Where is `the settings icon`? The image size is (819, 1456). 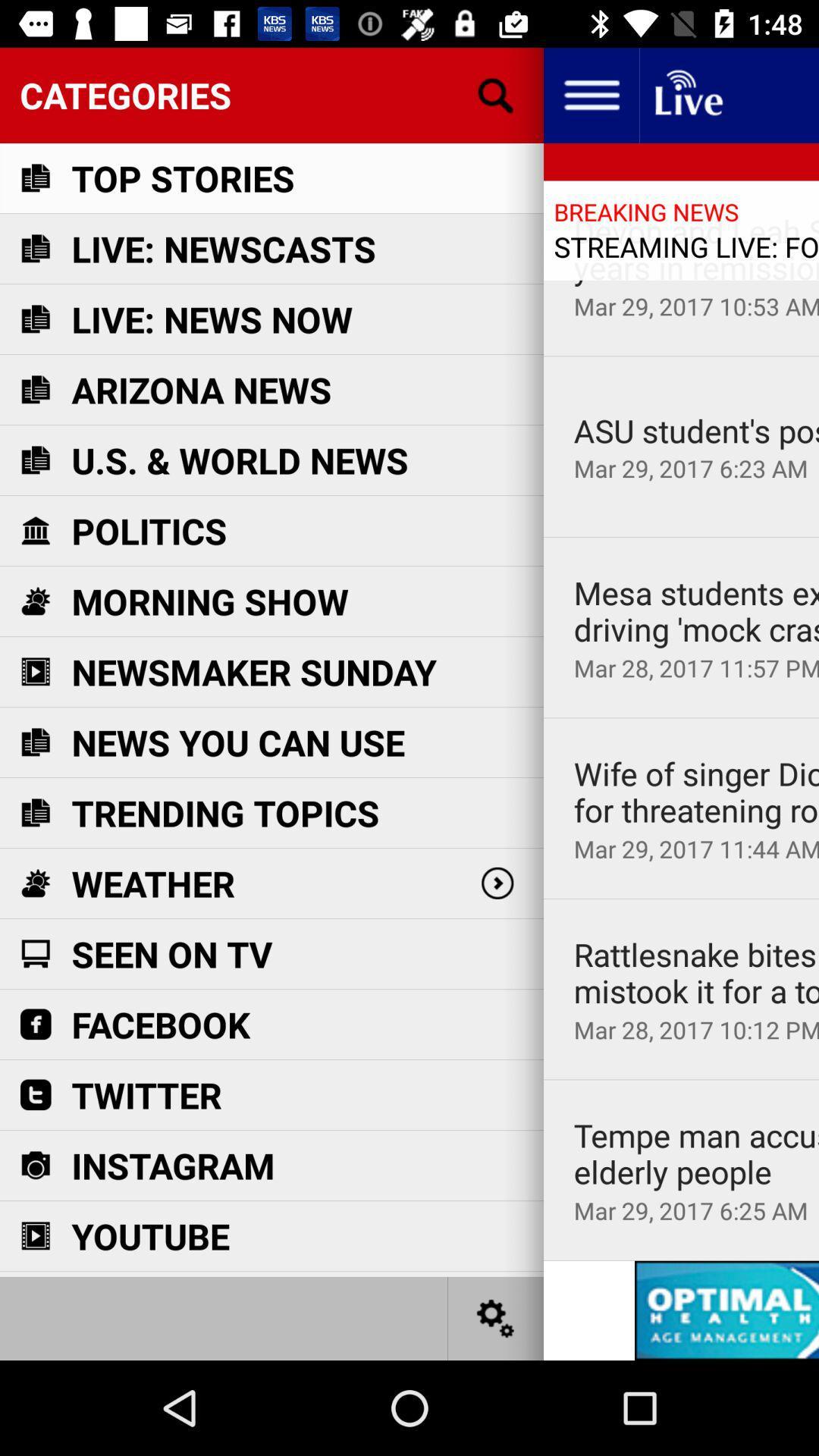 the settings icon is located at coordinates (496, 1317).